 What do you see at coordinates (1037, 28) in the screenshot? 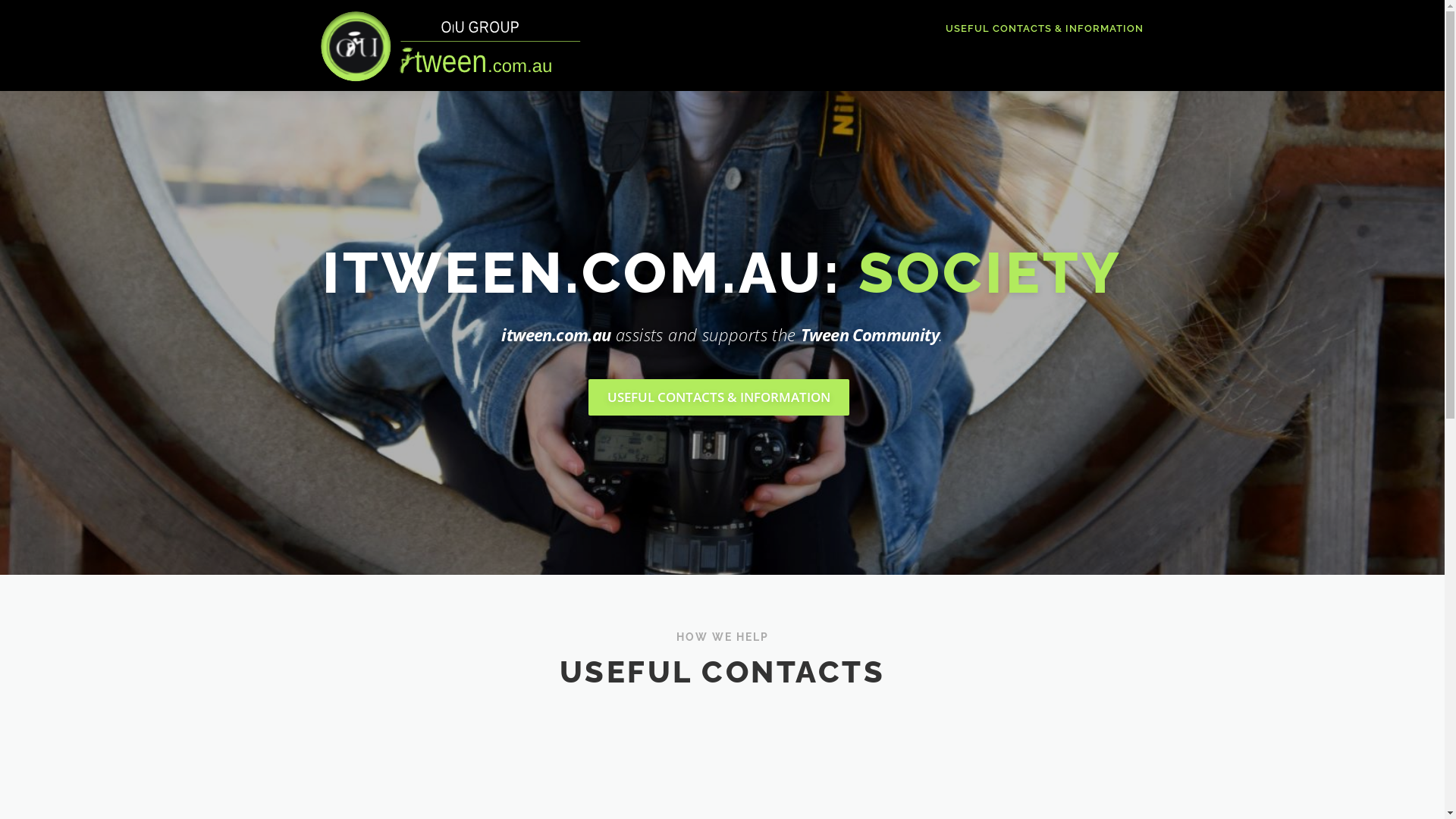
I see `'USEFUL CONTACTS & INFORMATION'` at bounding box center [1037, 28].